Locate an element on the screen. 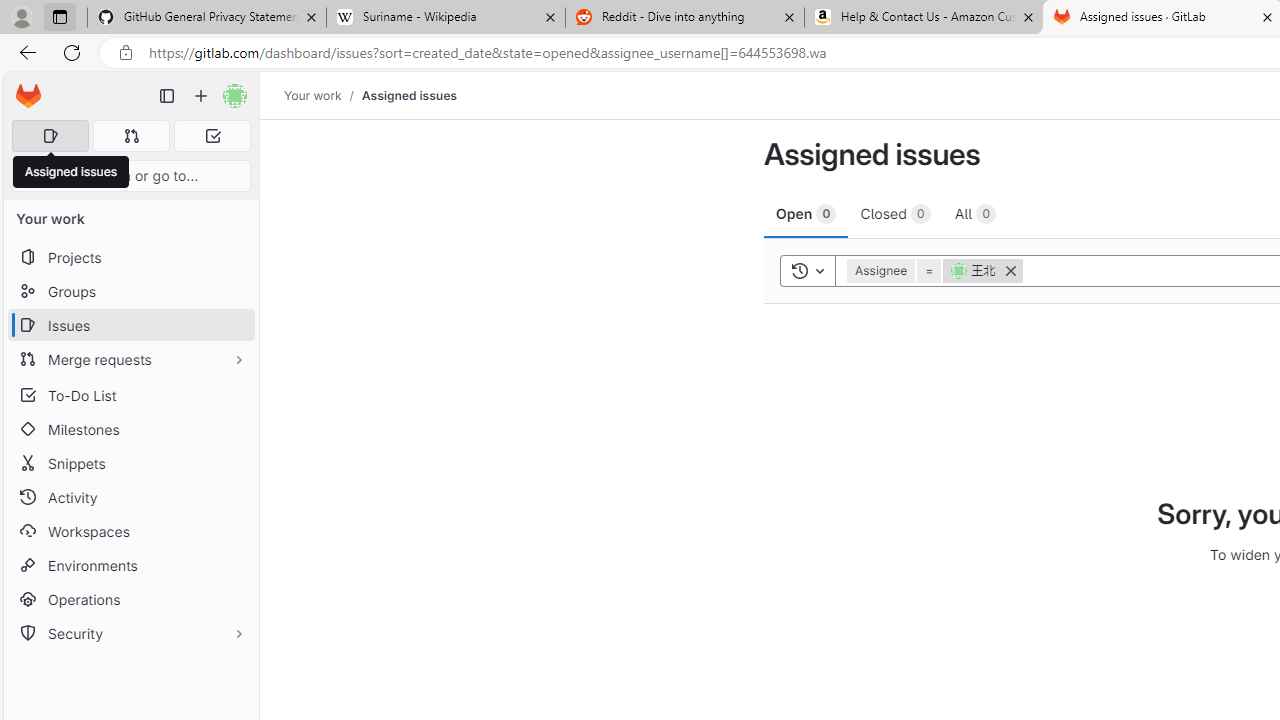 The width and height of the screenshot is (1280, 720). 'Your work' is located at coordinates (311, 95).